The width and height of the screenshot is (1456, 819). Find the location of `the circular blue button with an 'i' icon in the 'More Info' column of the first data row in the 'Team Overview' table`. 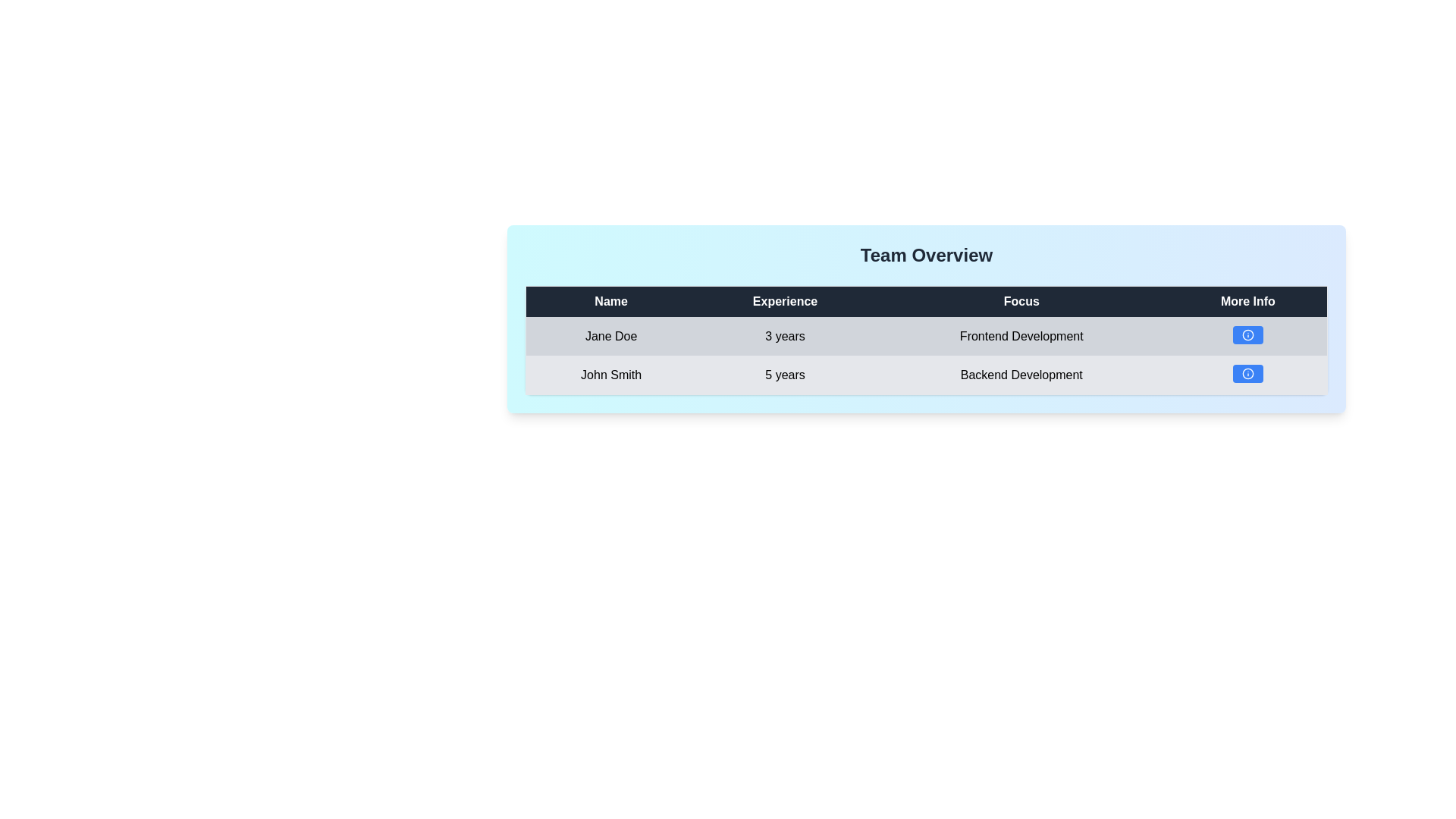

the circular blue button with an 'i' icon in the 'More Info' column of the first data row in the 'Team Overview' table is located at coordinates (1247, 334).